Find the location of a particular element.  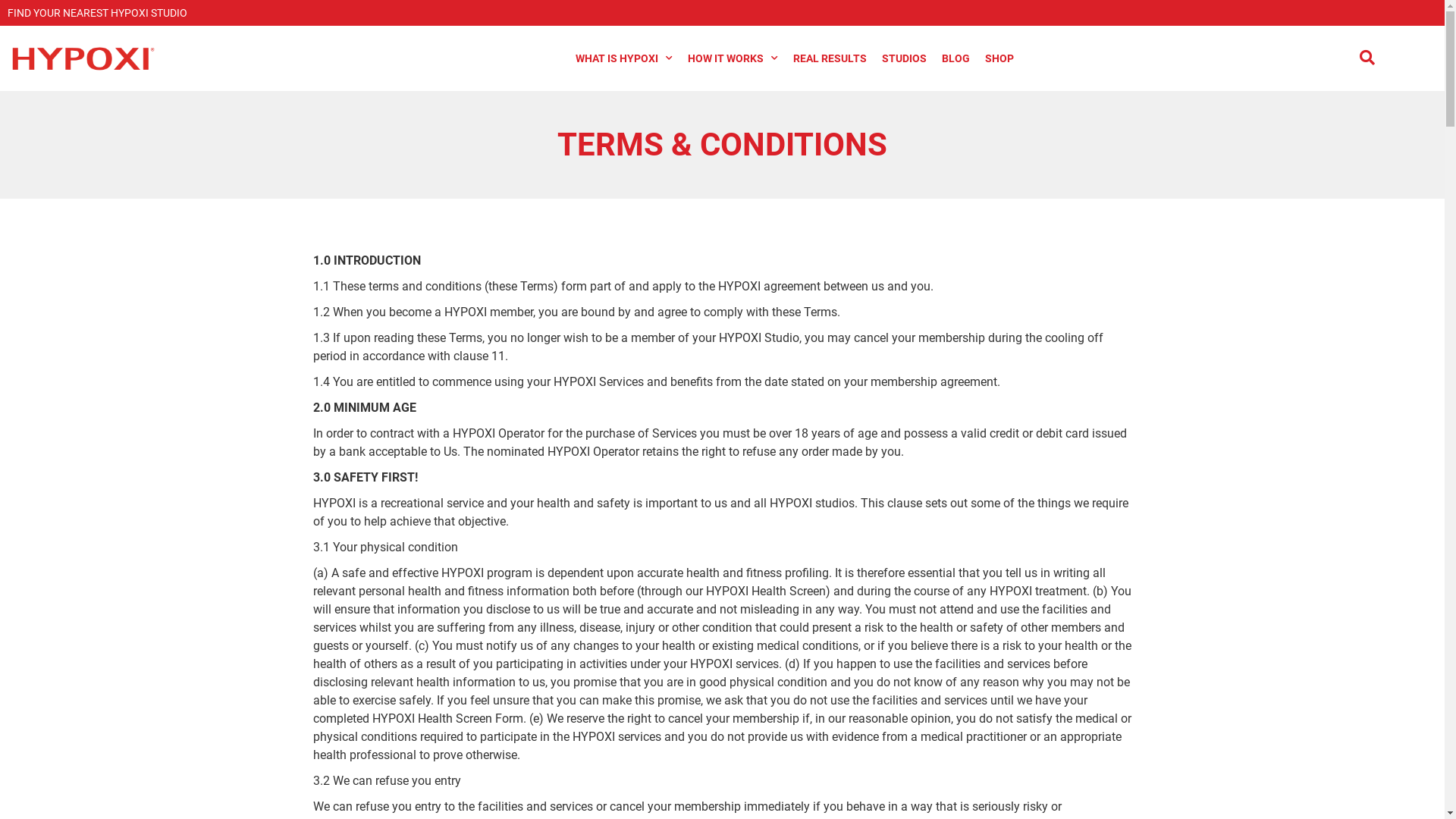

'Hypoxi Logo New' is located at coordinates (83, 57).